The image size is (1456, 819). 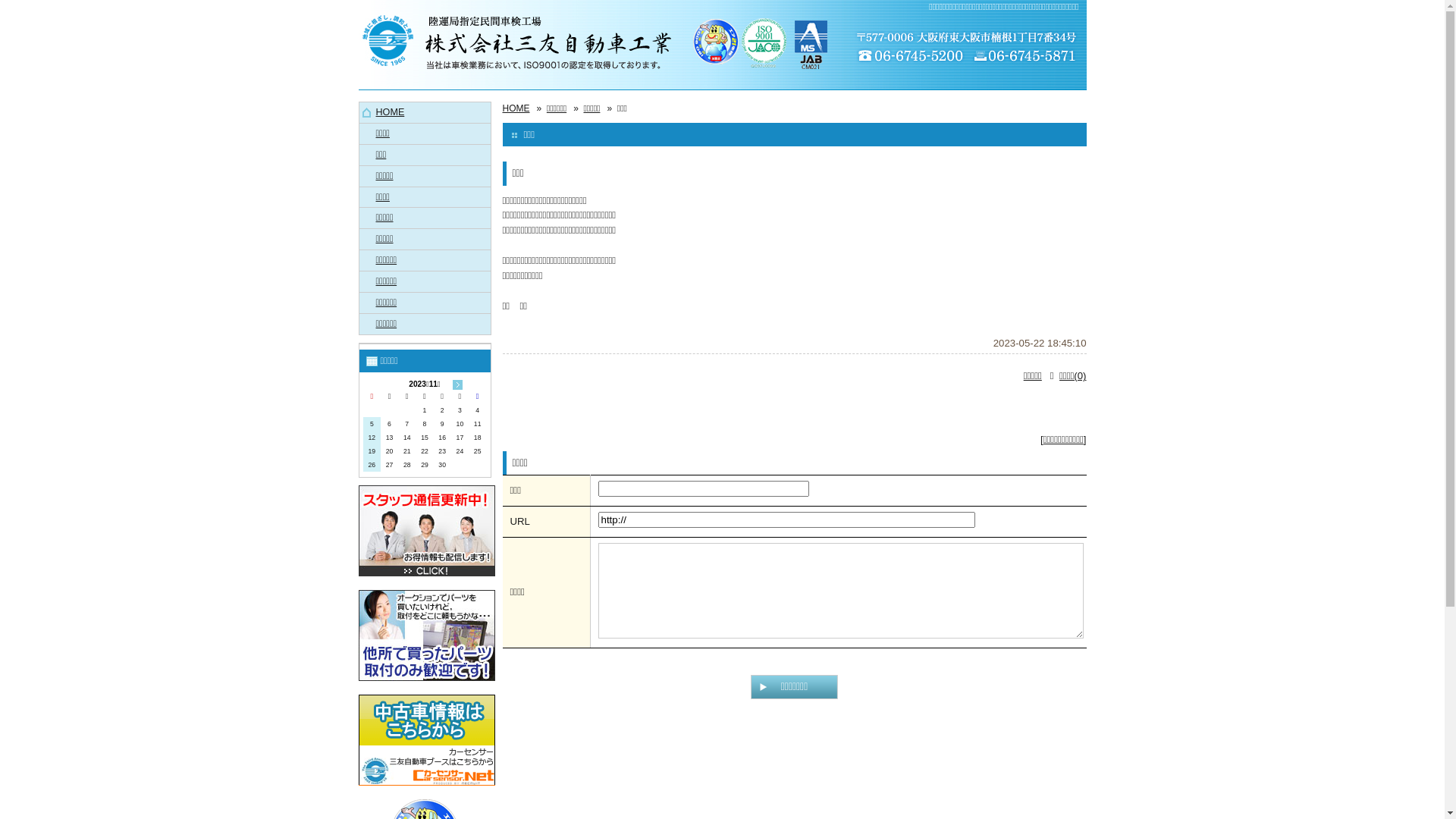 What do you see at coordinates (516, 107) in the screenshot?
I see `'HOME'` at bounding box center [516, 107].